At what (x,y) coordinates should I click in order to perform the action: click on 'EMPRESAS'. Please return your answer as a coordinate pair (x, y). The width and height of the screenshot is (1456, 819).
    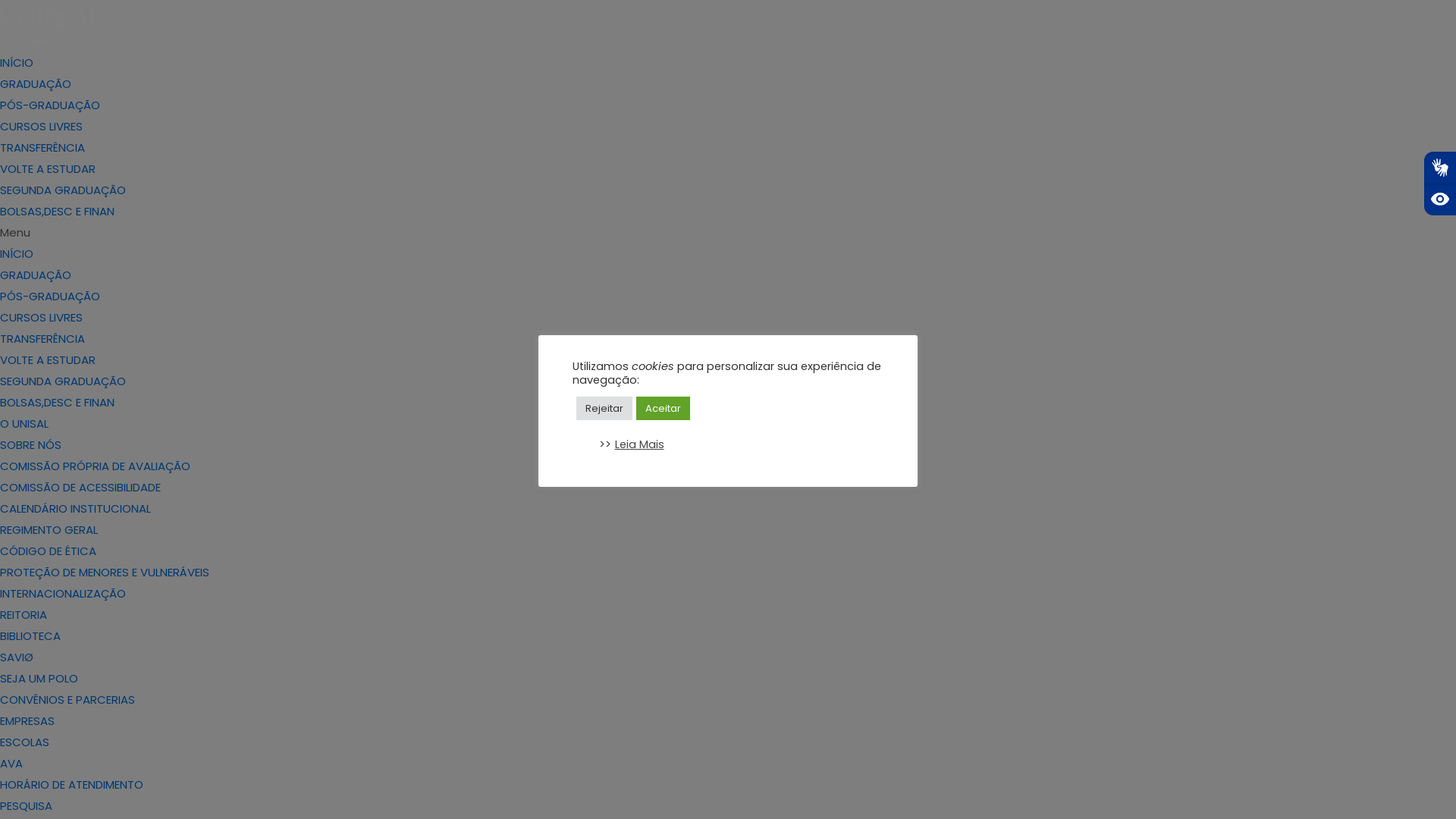
    Looking at the image, I should click on (27, 720).